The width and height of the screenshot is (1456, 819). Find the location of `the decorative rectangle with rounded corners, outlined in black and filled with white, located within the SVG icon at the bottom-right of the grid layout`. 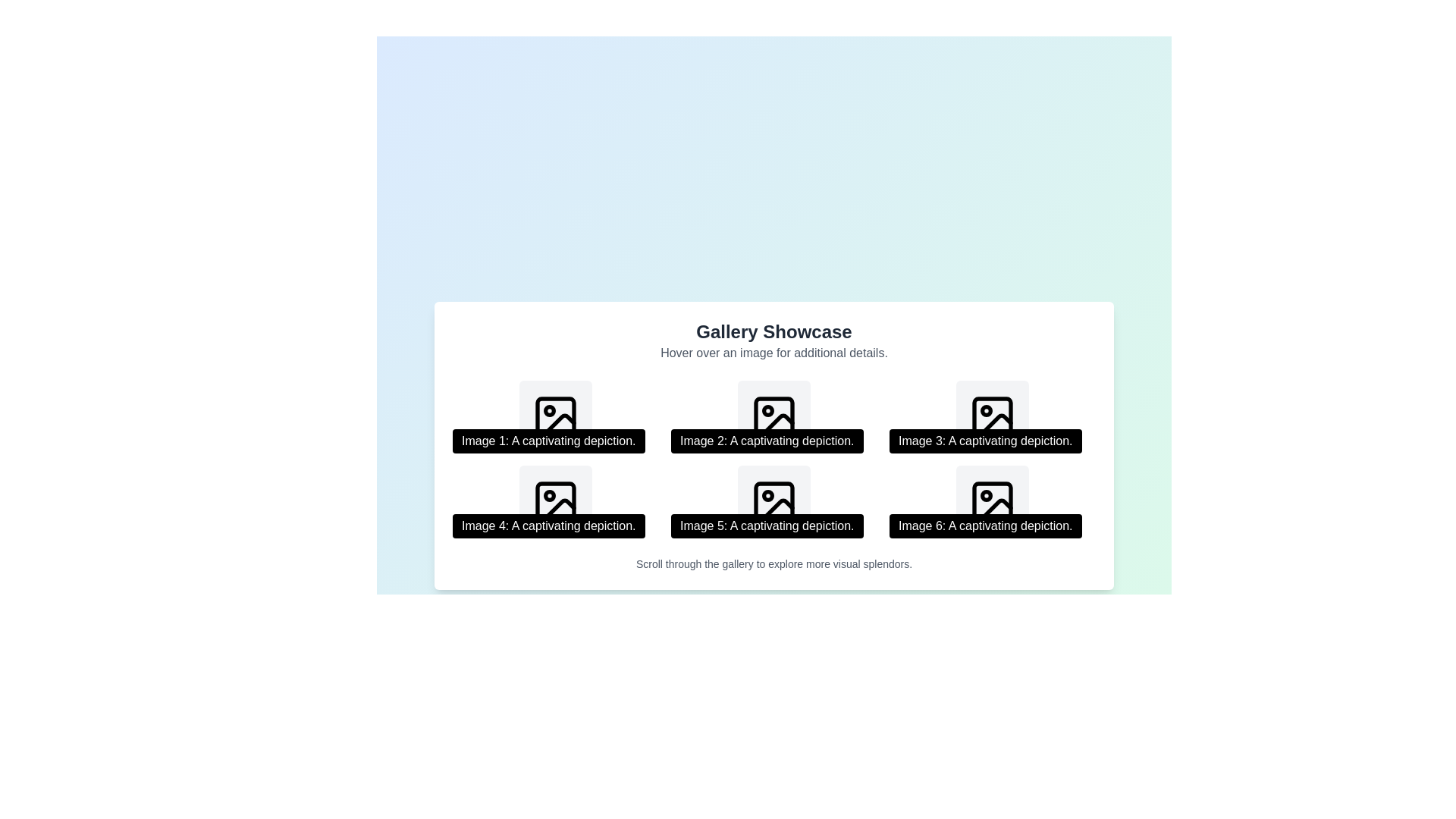

the decorative rectangle with rounded corners, outlined in black and filled with white, located within the SVG icon at the bottom-right of the grid layout is located at coordinates (993, 502).